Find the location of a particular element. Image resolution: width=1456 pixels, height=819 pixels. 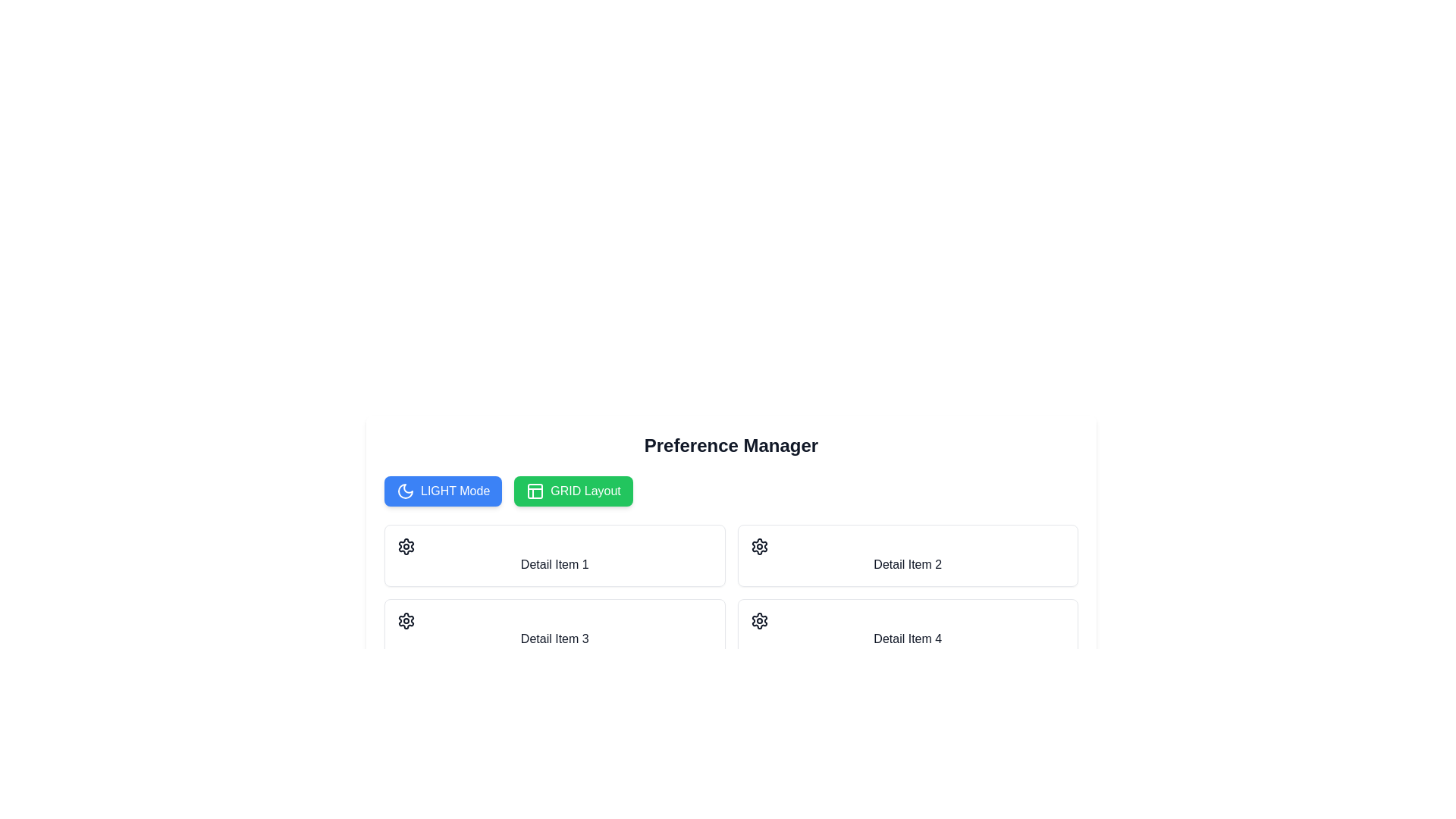

the leftmost toggle button under 'Preference Manager' is located at coordinates (442, 491).